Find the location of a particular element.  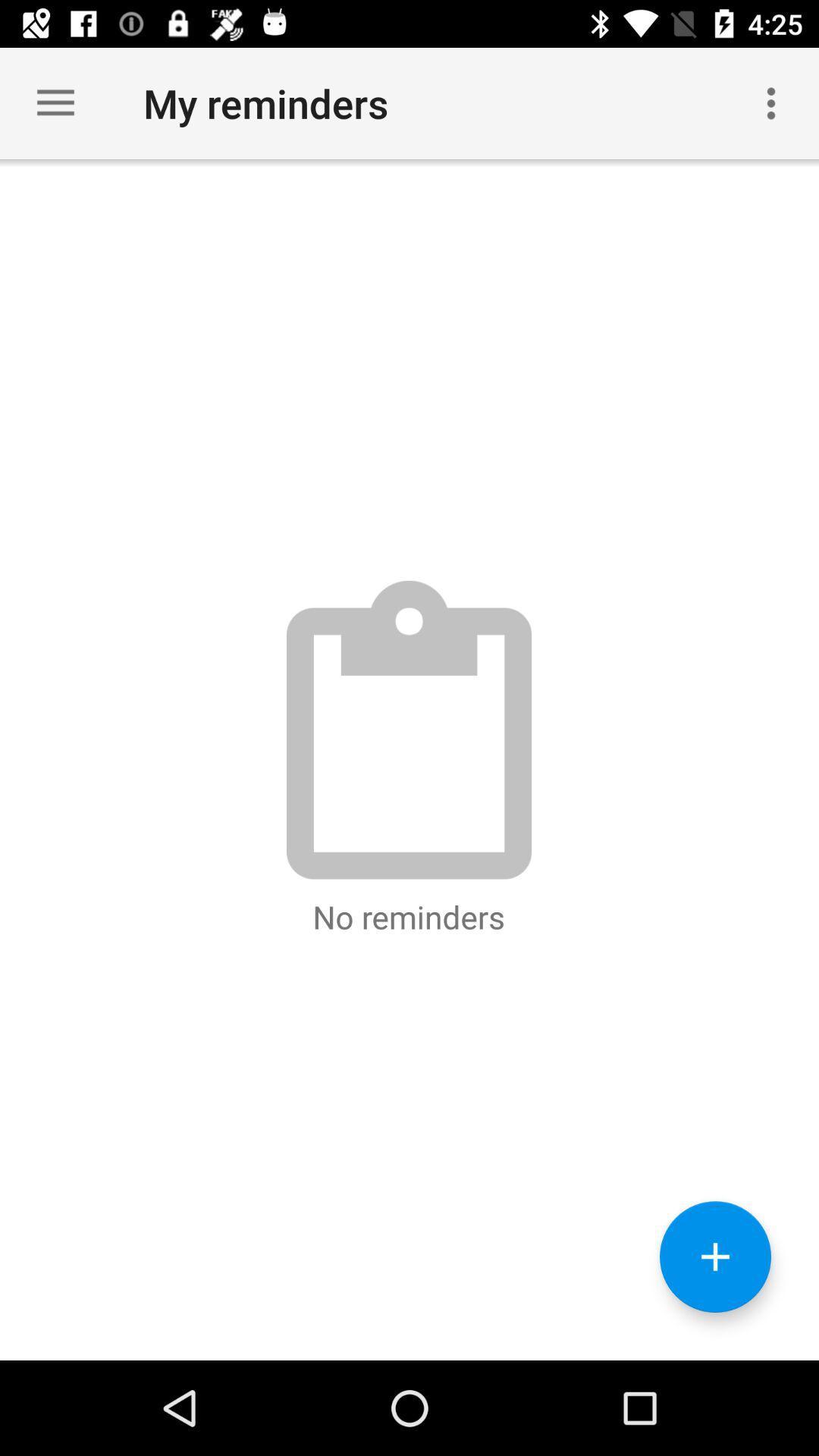

item at the bottom right corner is located at coordinates (715, 1257).